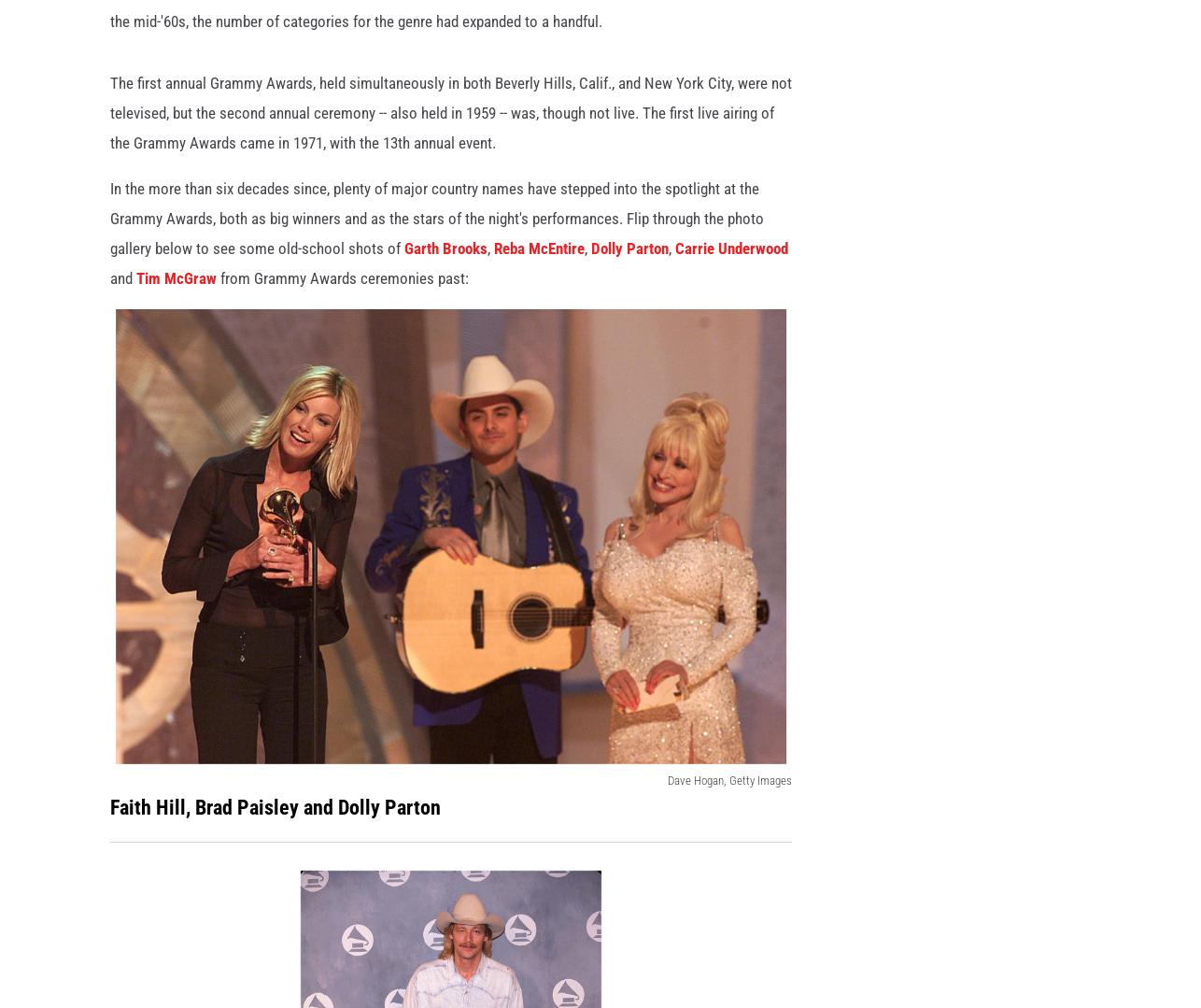 The height and width of the screenshot is (1008, 1201). What do you see at coordinates (342, 306) in the screenshot?
I see `'from Grammy Awards ceremonies past:'` at bounding box center [342, 306].